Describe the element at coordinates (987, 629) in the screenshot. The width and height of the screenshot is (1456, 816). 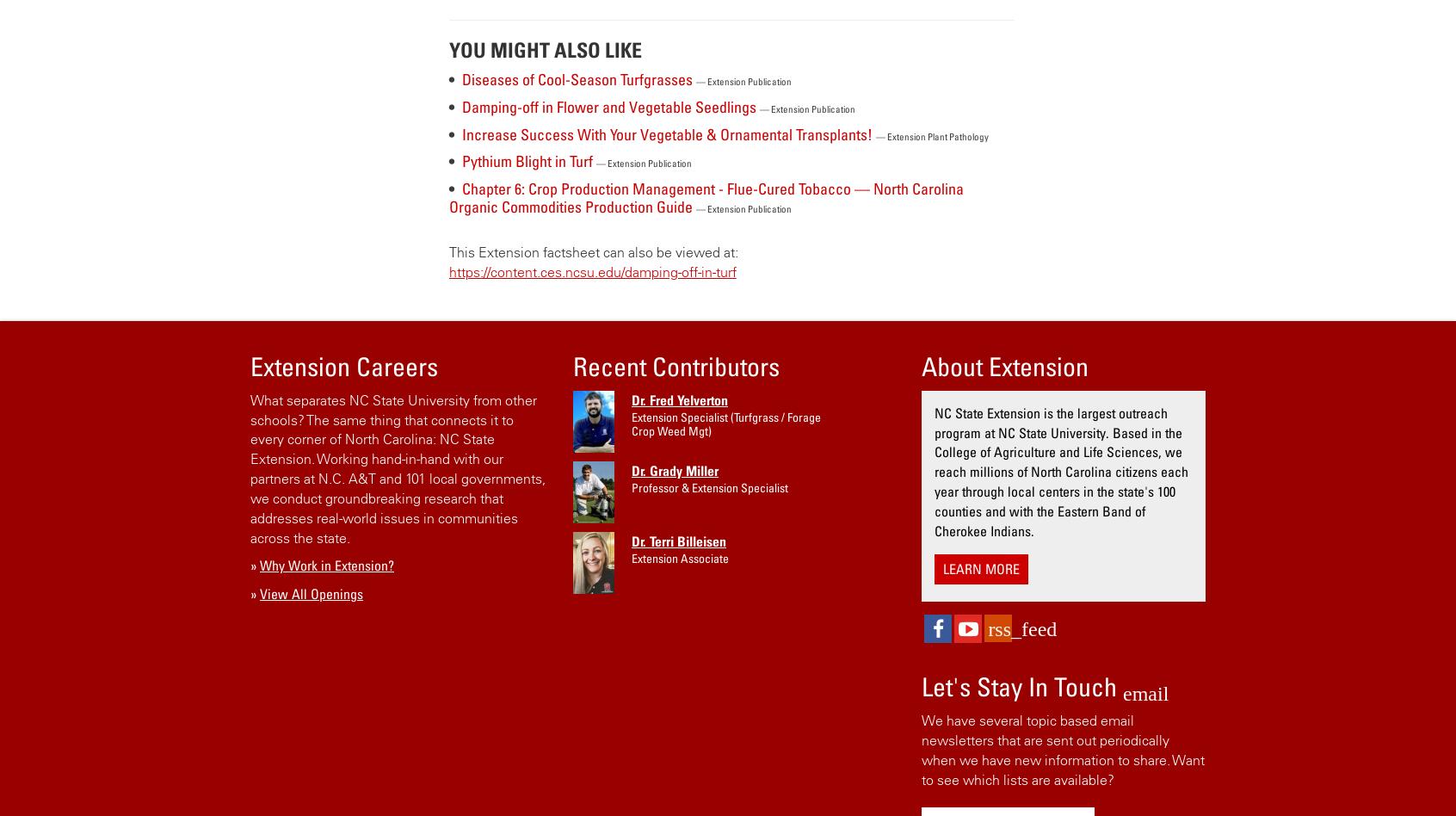
I see `'rss_feed'` at that location.